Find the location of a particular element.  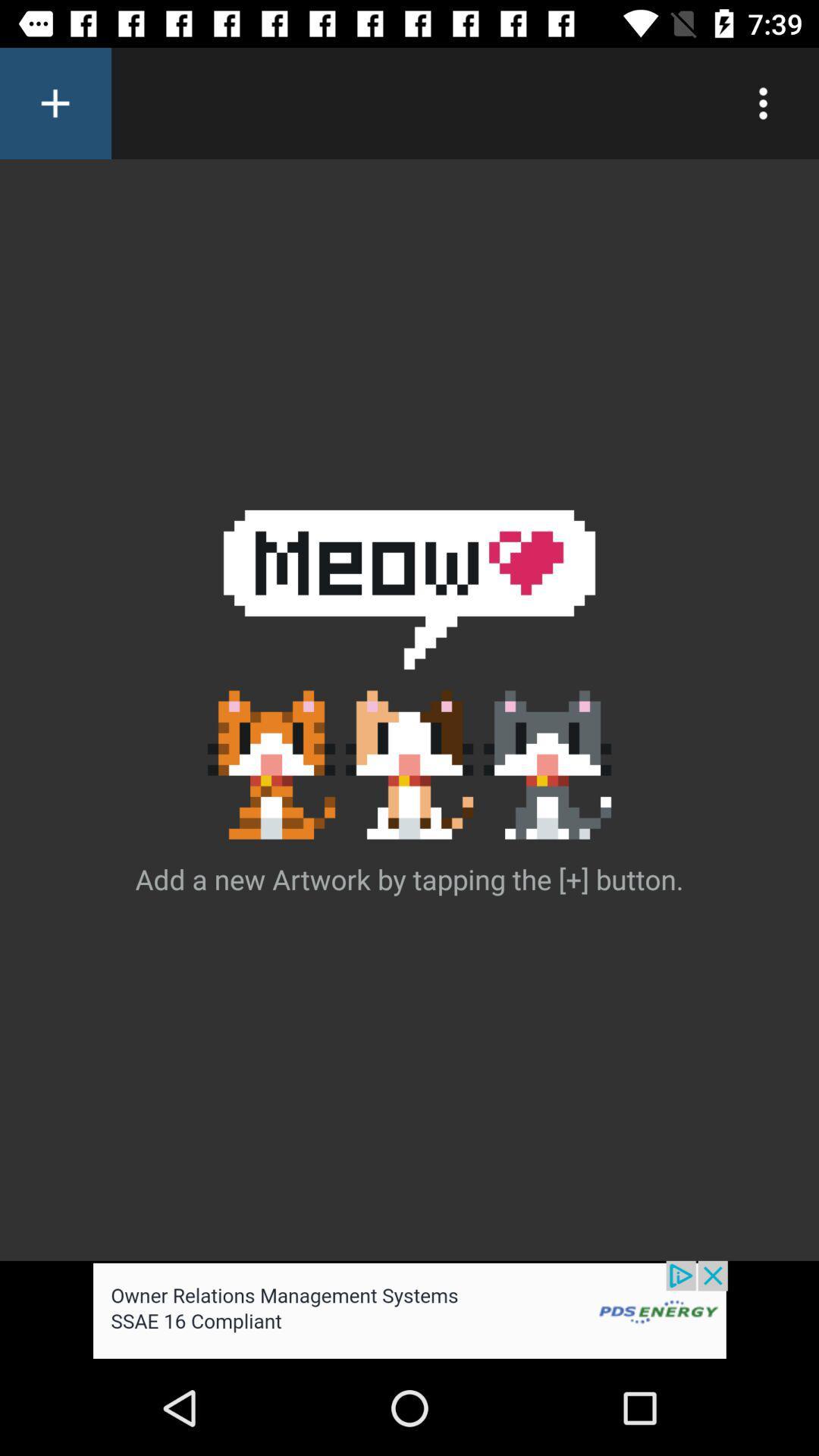

advertisement is located at coordinates (409, 1310).